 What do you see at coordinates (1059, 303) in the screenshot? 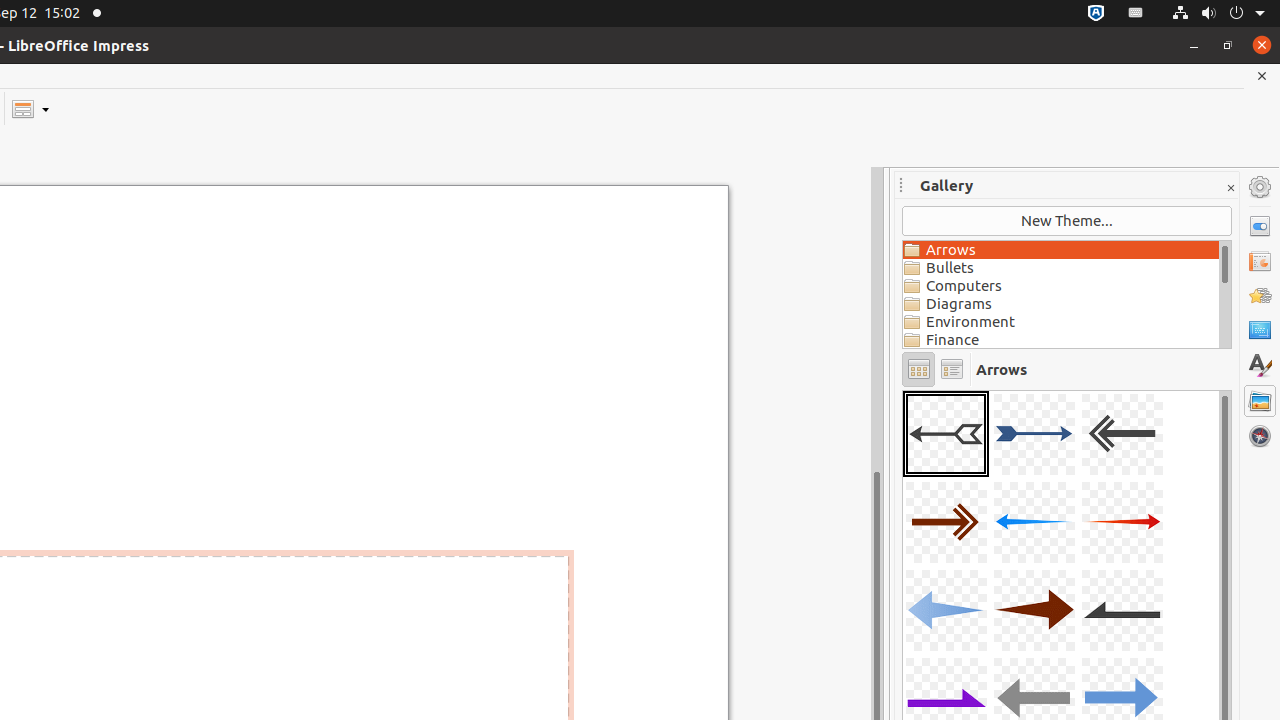
I see `'Diagrams'` at bounding box center [1059, 303].